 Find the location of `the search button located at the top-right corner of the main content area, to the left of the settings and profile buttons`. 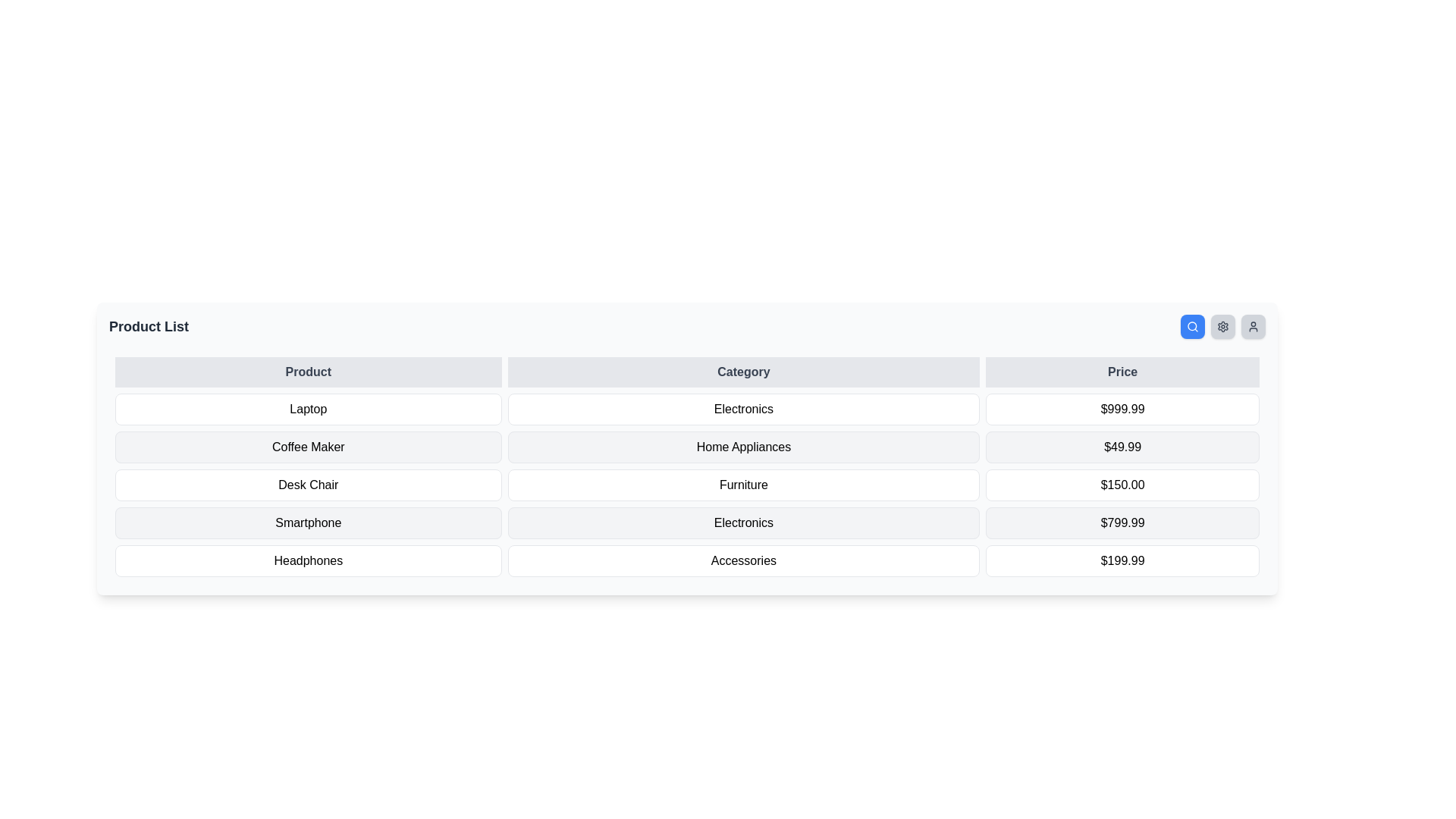

the search button located at the top-right corner of the main content area, to the left of the settings and profile buttons is located at coordinates (1192, 326).